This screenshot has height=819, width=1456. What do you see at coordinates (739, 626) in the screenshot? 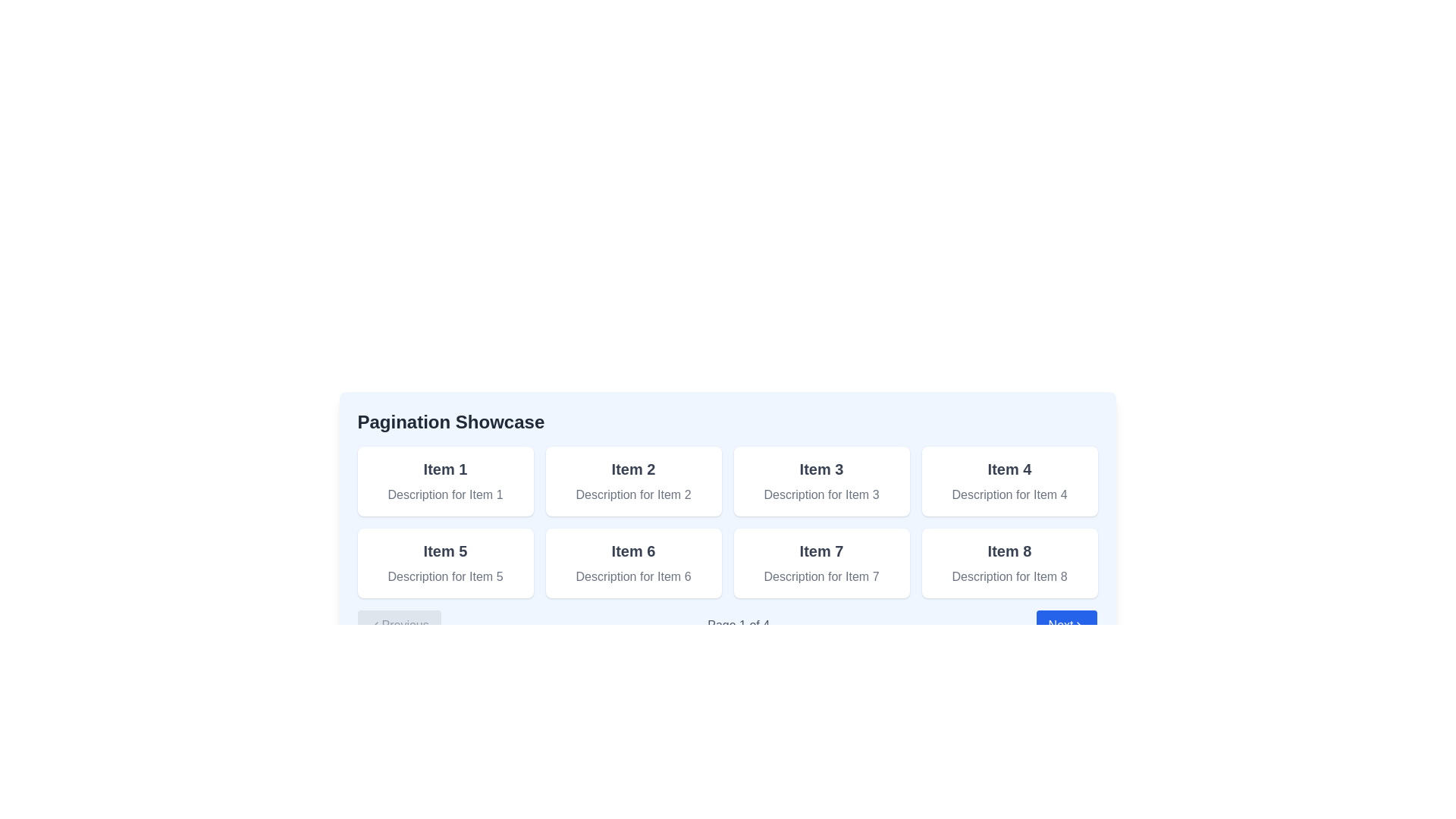
I see `the text label displaying 'Page 1 of 4', which is located between the 'Previous' and 'Next' buttons in the pagination control at the bottom of the content section` at bounding box center [739, 626].